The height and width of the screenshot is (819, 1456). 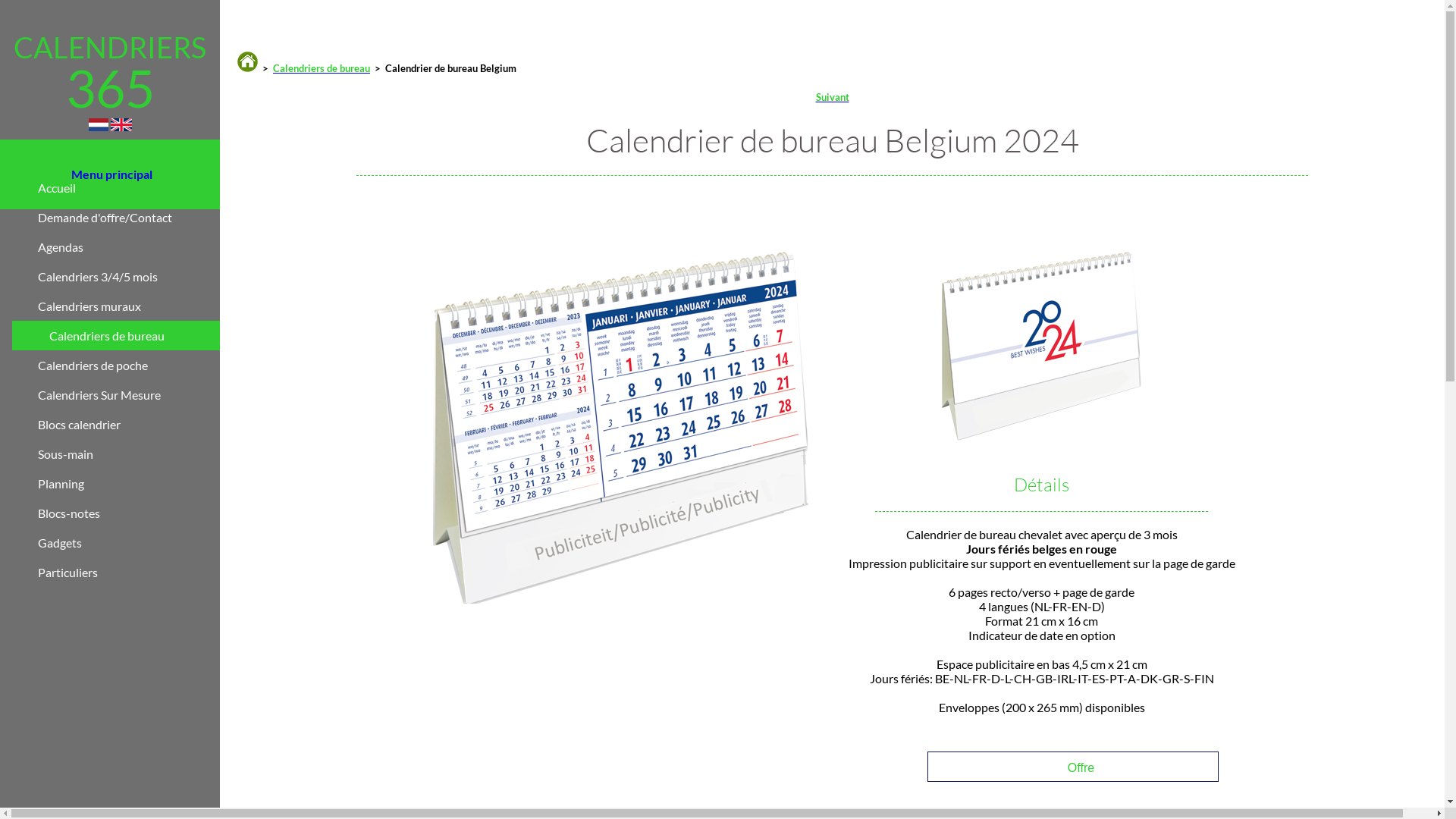 What do you see at coordinates (11, 394) in the screenshot?
I see `'Calendriers Sur Mesure'` at bounding box center [11, 394].